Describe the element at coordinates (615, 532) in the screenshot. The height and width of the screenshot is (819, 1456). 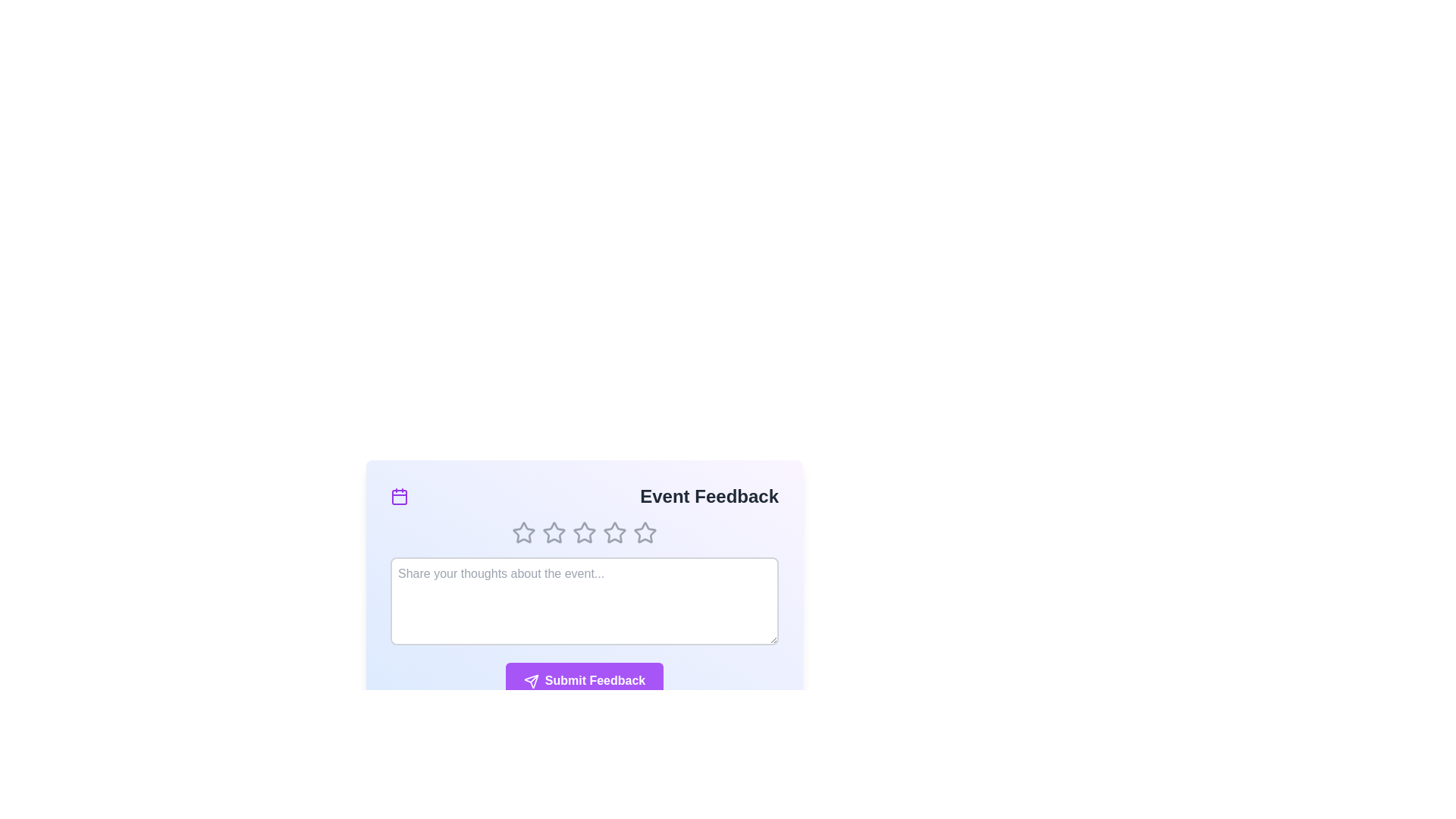
I see `the second star in the rating section` at that location.